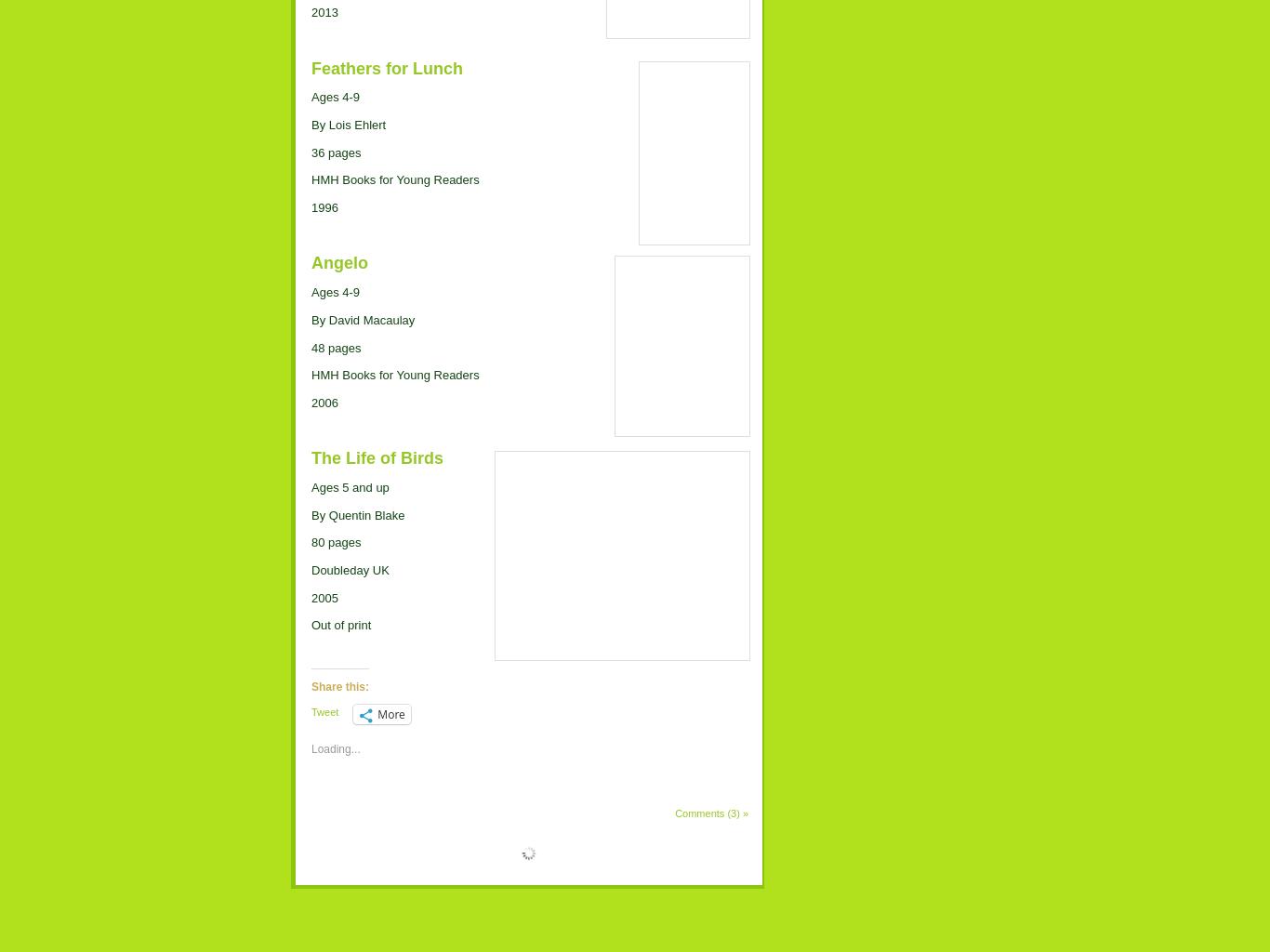  I want to click on 'Doubleday UK', so click(349, 570).